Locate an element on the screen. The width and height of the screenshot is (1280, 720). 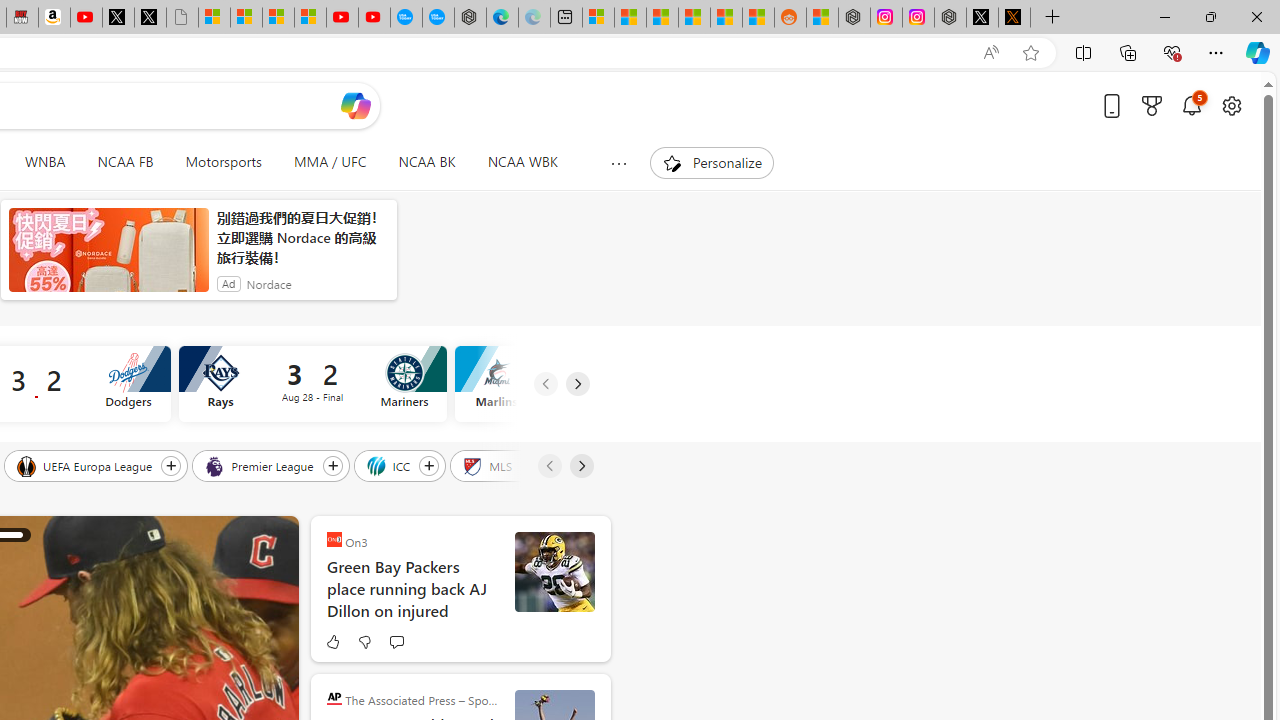
'Untitled' is located at coordinates (182, 17).